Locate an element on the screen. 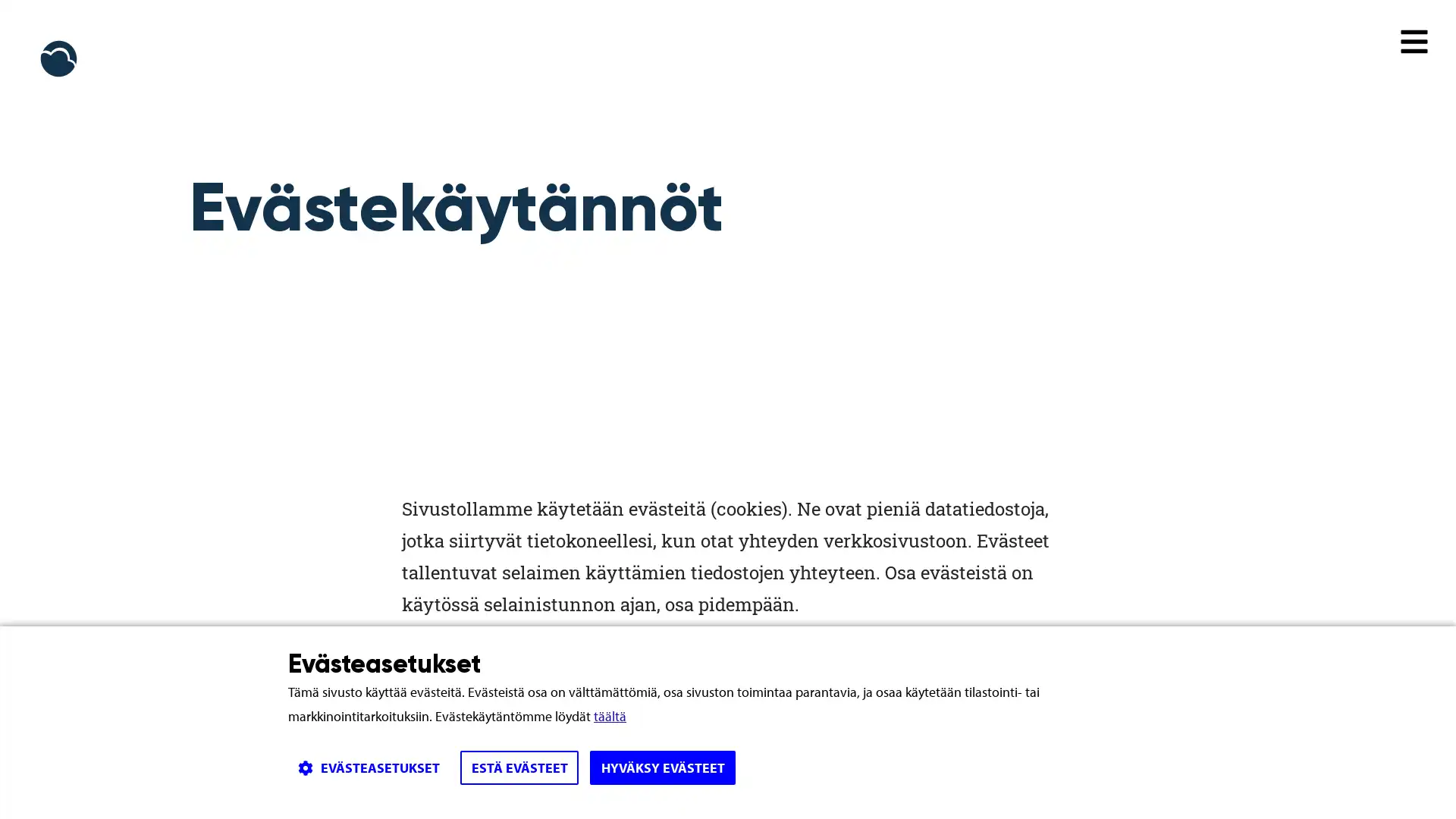 This screenshot has height=819, width=1456. ESTA EVASTEET is located at coordinates (519, 767).